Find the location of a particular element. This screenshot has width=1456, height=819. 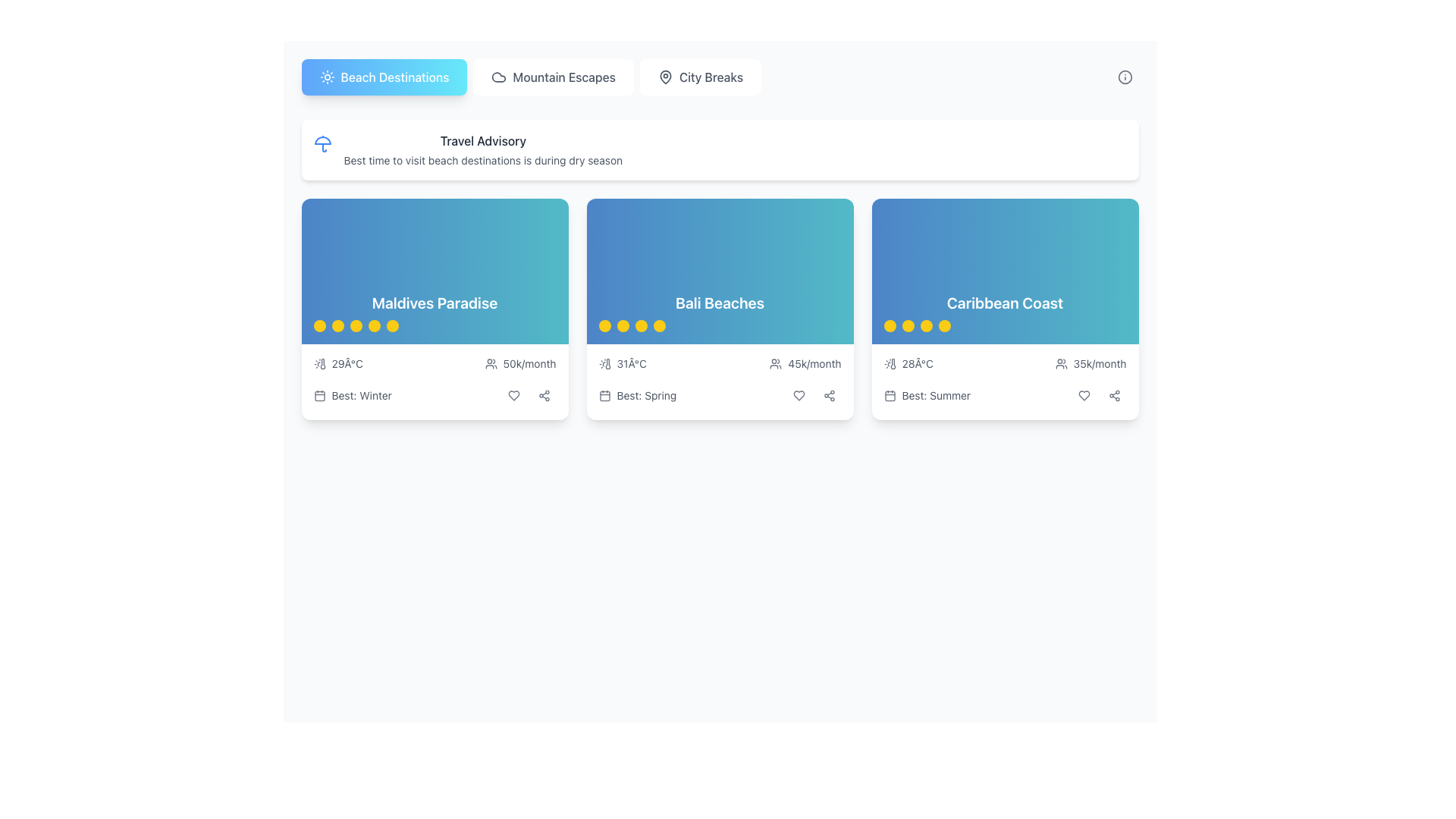

the 'City Breaks' button which is the third item in the horizontal list at the top of the page, displaying a pin icon and gray text on a white background, to trigger a style change is located at coordinates (699, 77).